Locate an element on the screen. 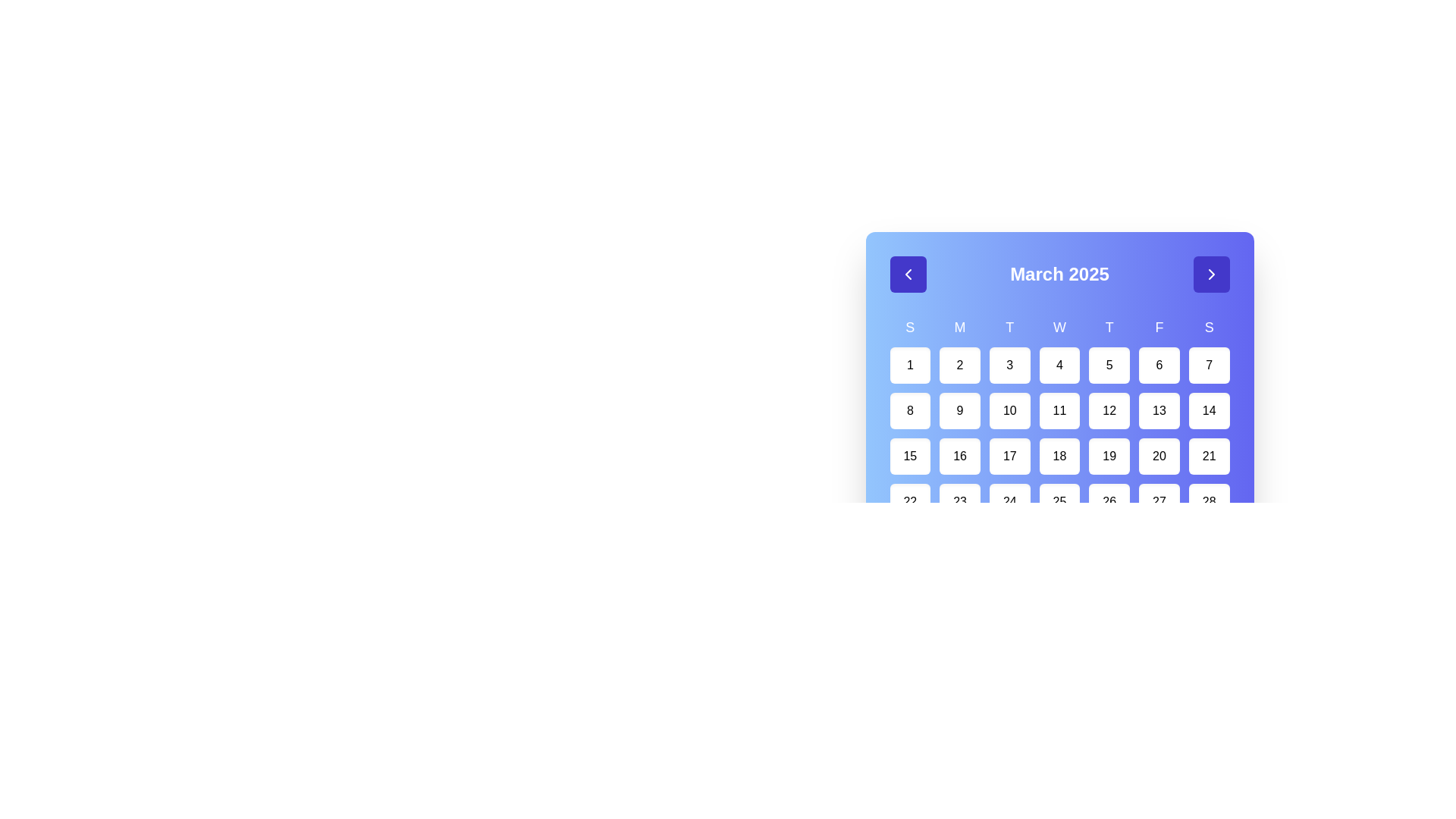 The width and height of the screenshot is (1456, 819). the 'M' text label representing Monday in the calendar grid, which is the second element in the top row of days is located at coordinates (959, 327).